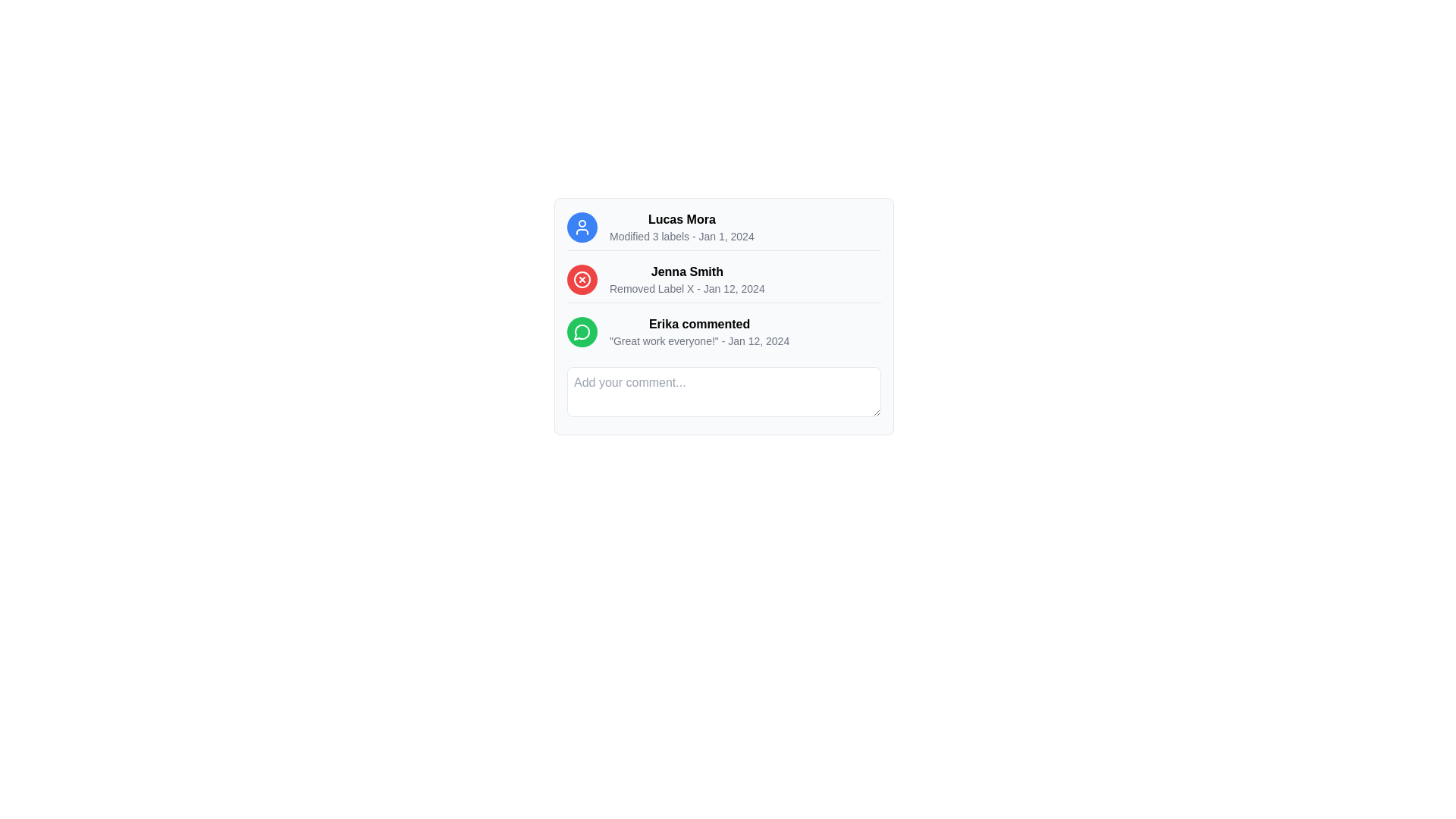  I want to click on text label that informs the user about a comment made by Erika, which is located below Jenna Smith's action and above Erika's quote, so click(698, 324).